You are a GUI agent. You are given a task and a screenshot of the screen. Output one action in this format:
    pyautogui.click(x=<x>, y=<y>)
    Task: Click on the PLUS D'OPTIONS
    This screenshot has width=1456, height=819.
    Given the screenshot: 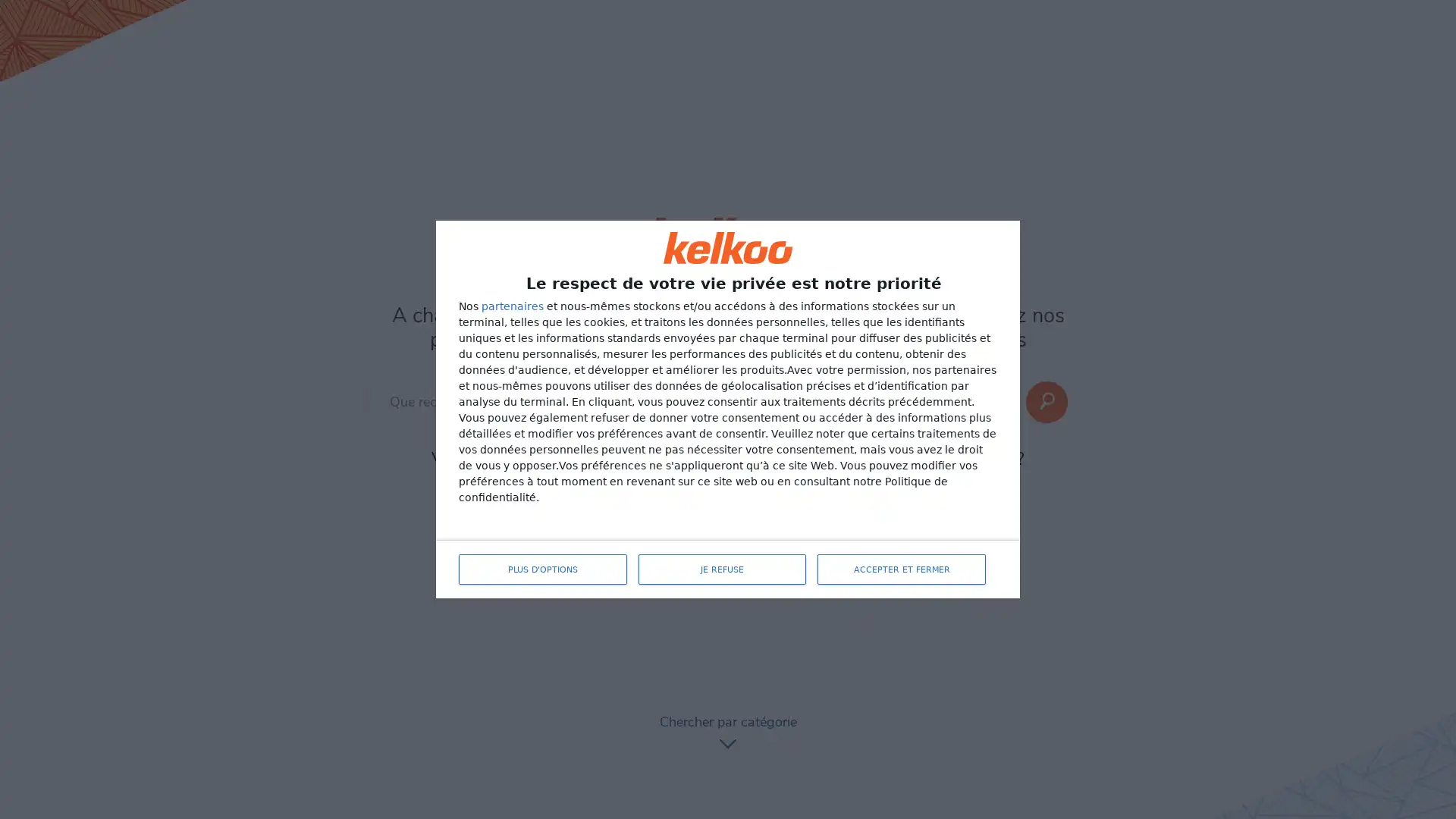 What is the action you would take?
    pyautogui.click(x=542, y=570)
    